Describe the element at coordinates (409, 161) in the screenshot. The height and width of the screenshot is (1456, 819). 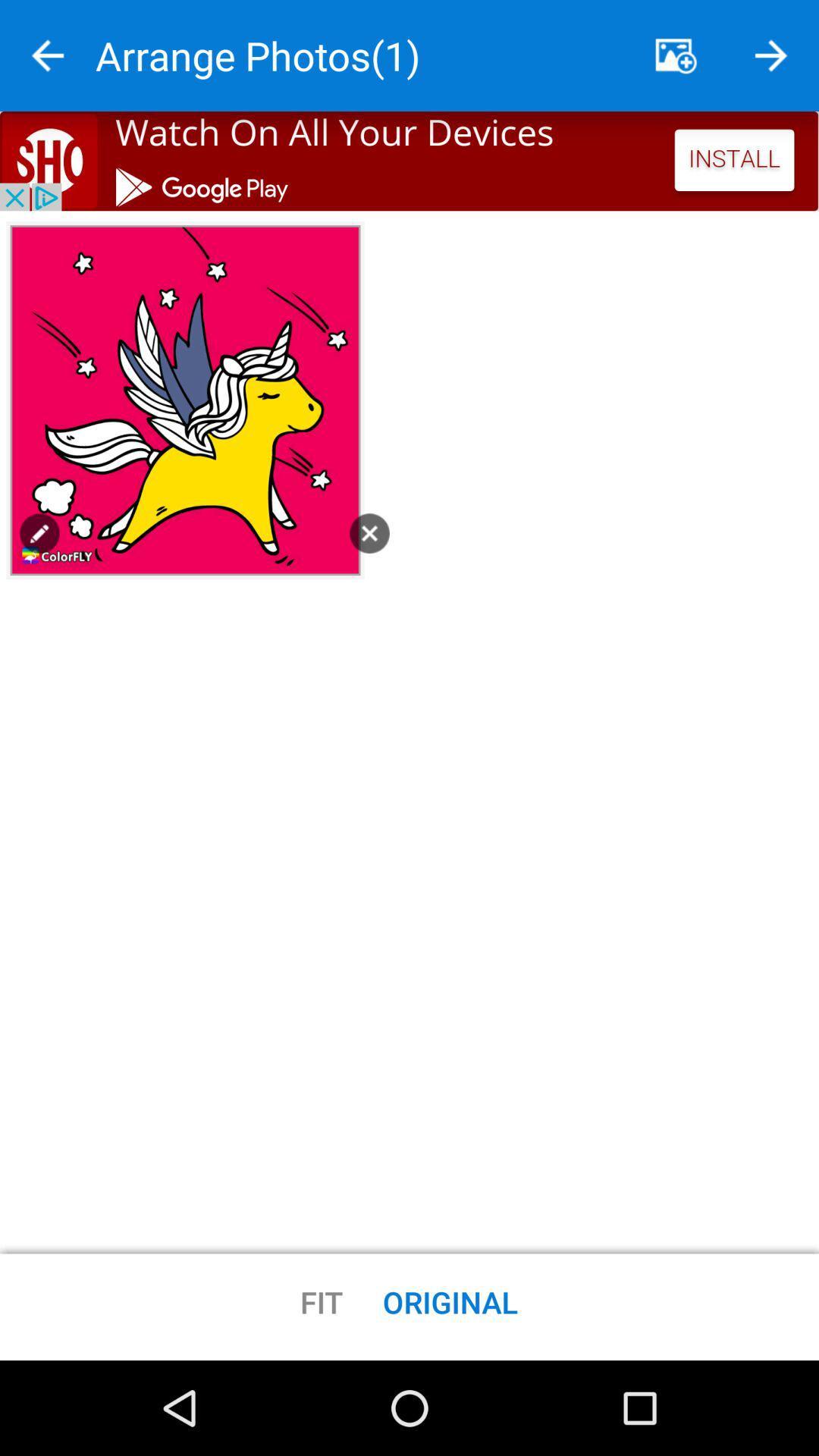
I see `advertisement page` at that location.